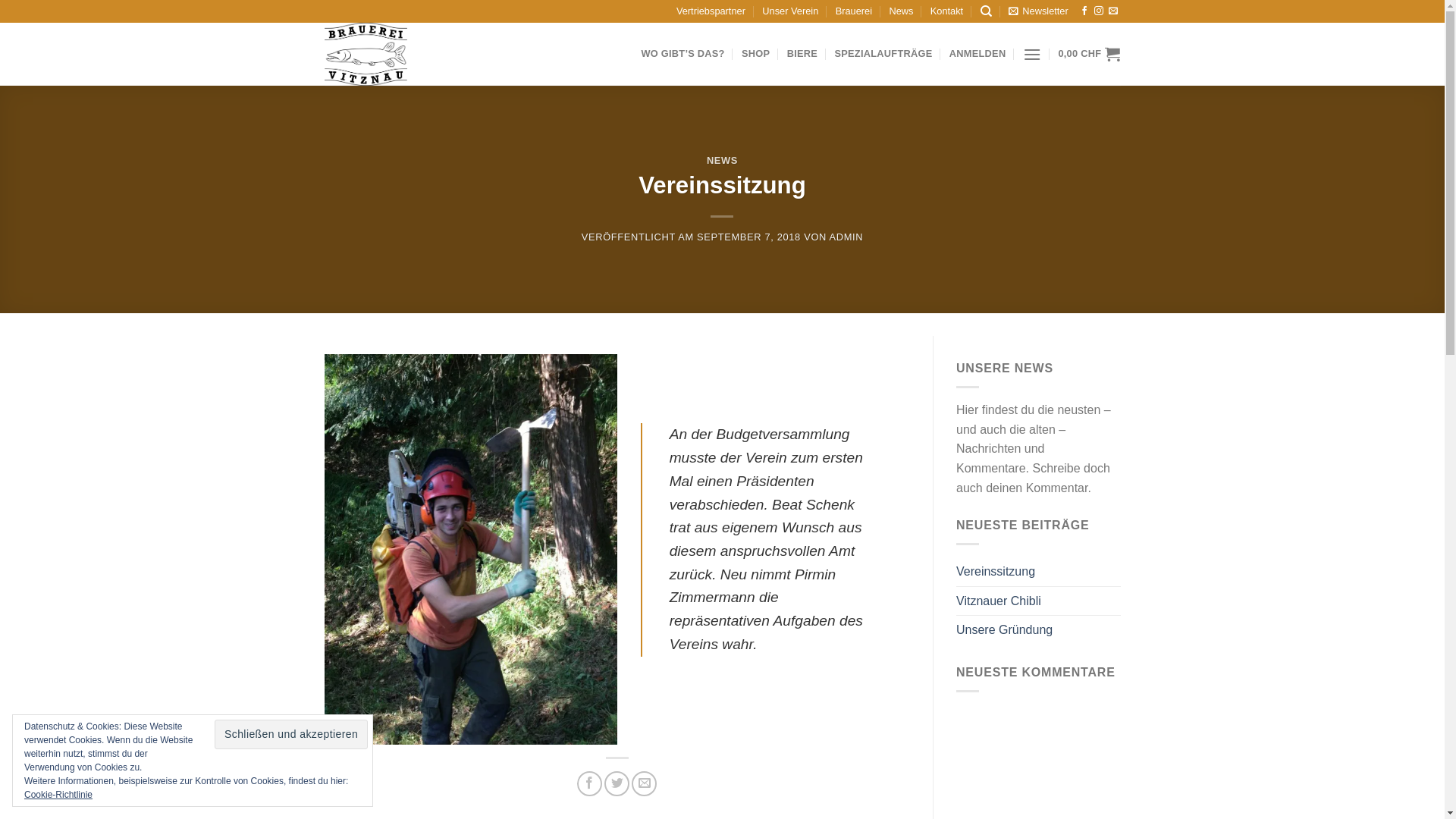 The image size is (1456, 819). What do you see at coordinates (1087, 52) in the screenshot?
I see `'0,00 CHF'` at bounding box center [1087, 52].